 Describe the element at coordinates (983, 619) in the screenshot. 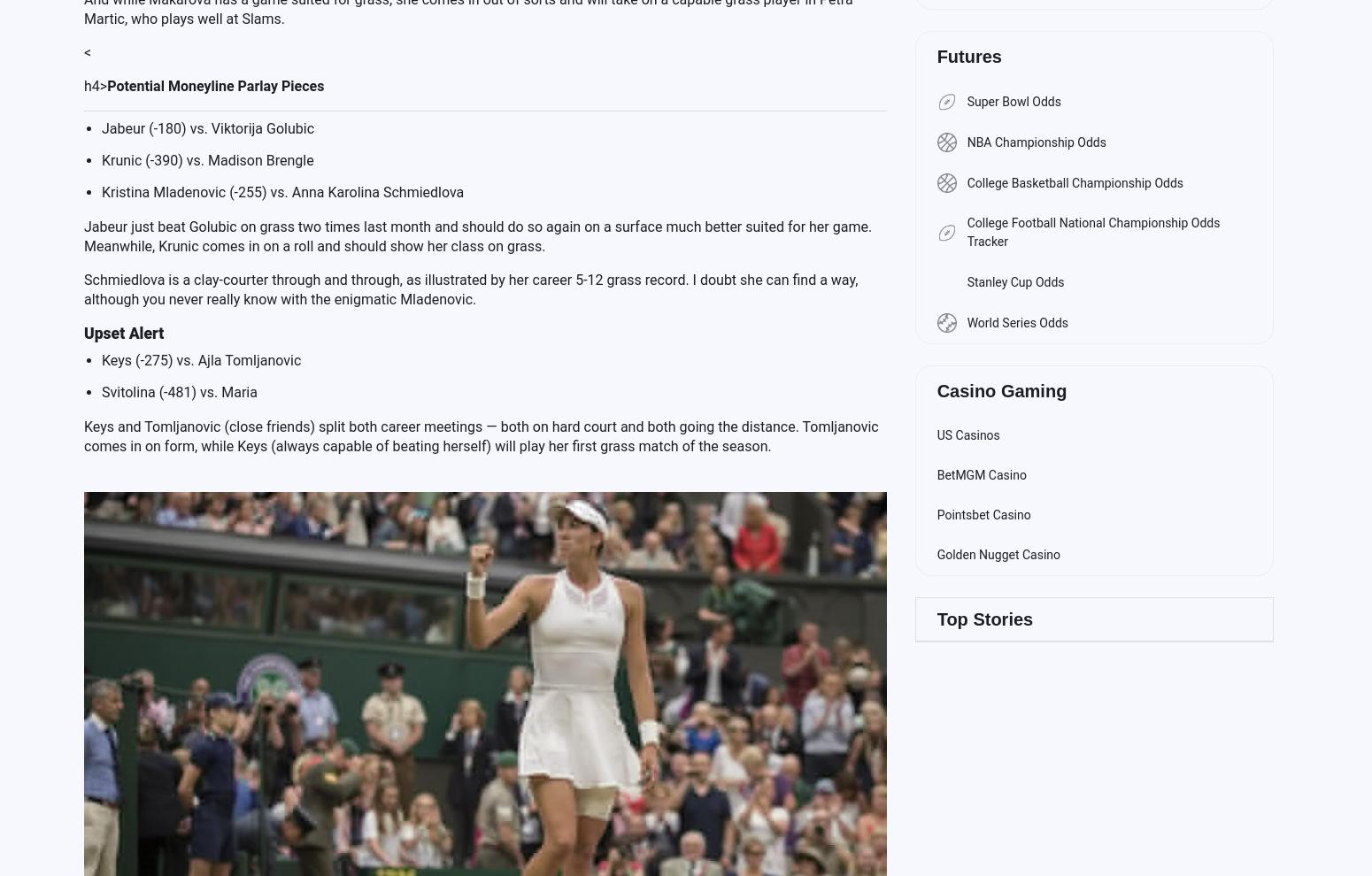

I see `'Top Stories'` at that location.